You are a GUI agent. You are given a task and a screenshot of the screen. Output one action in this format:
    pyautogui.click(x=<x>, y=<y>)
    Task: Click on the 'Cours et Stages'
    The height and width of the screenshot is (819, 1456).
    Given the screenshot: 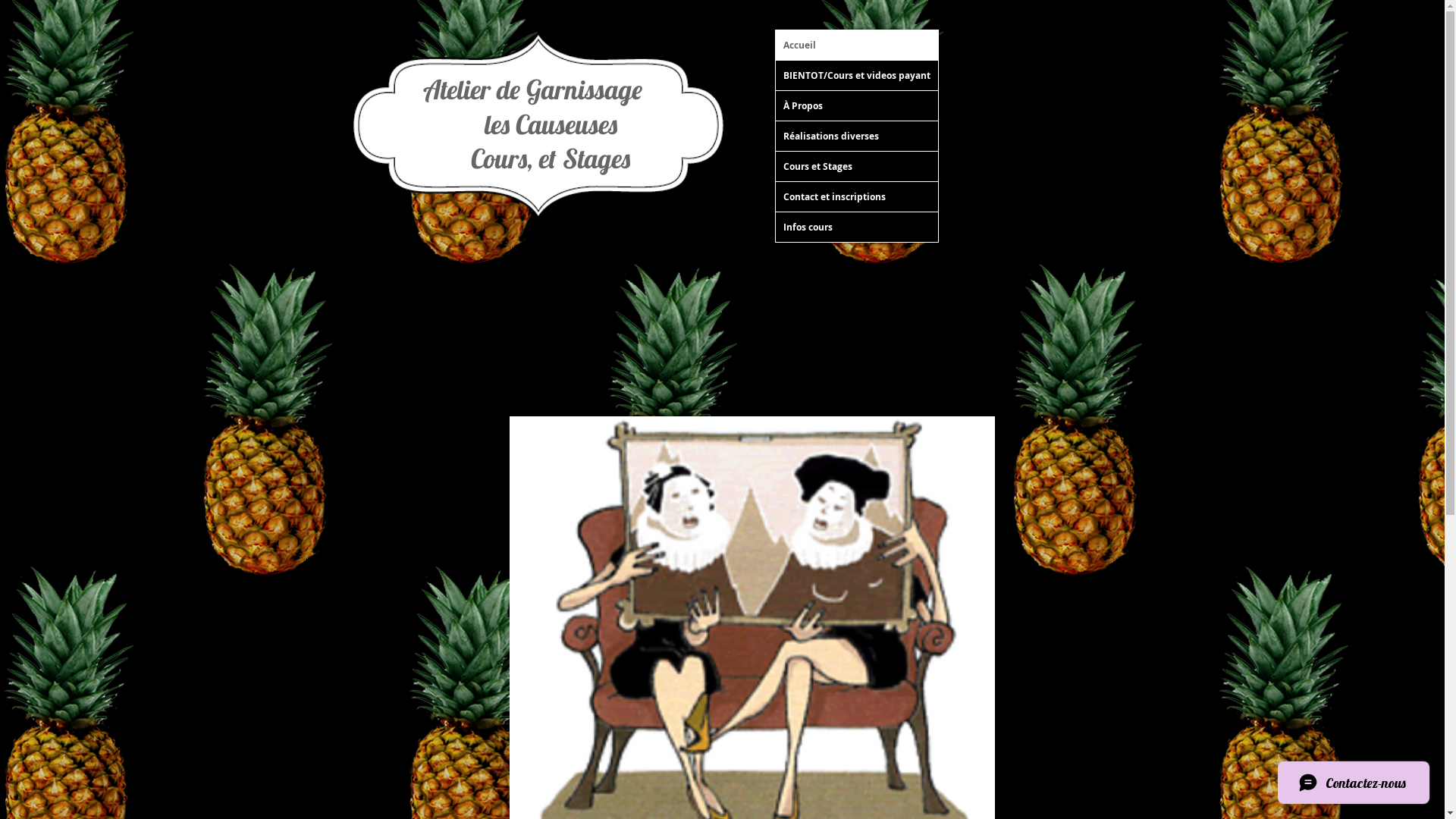 What is the action you would take?
    pyautogui.click(x=855, y=166)
    